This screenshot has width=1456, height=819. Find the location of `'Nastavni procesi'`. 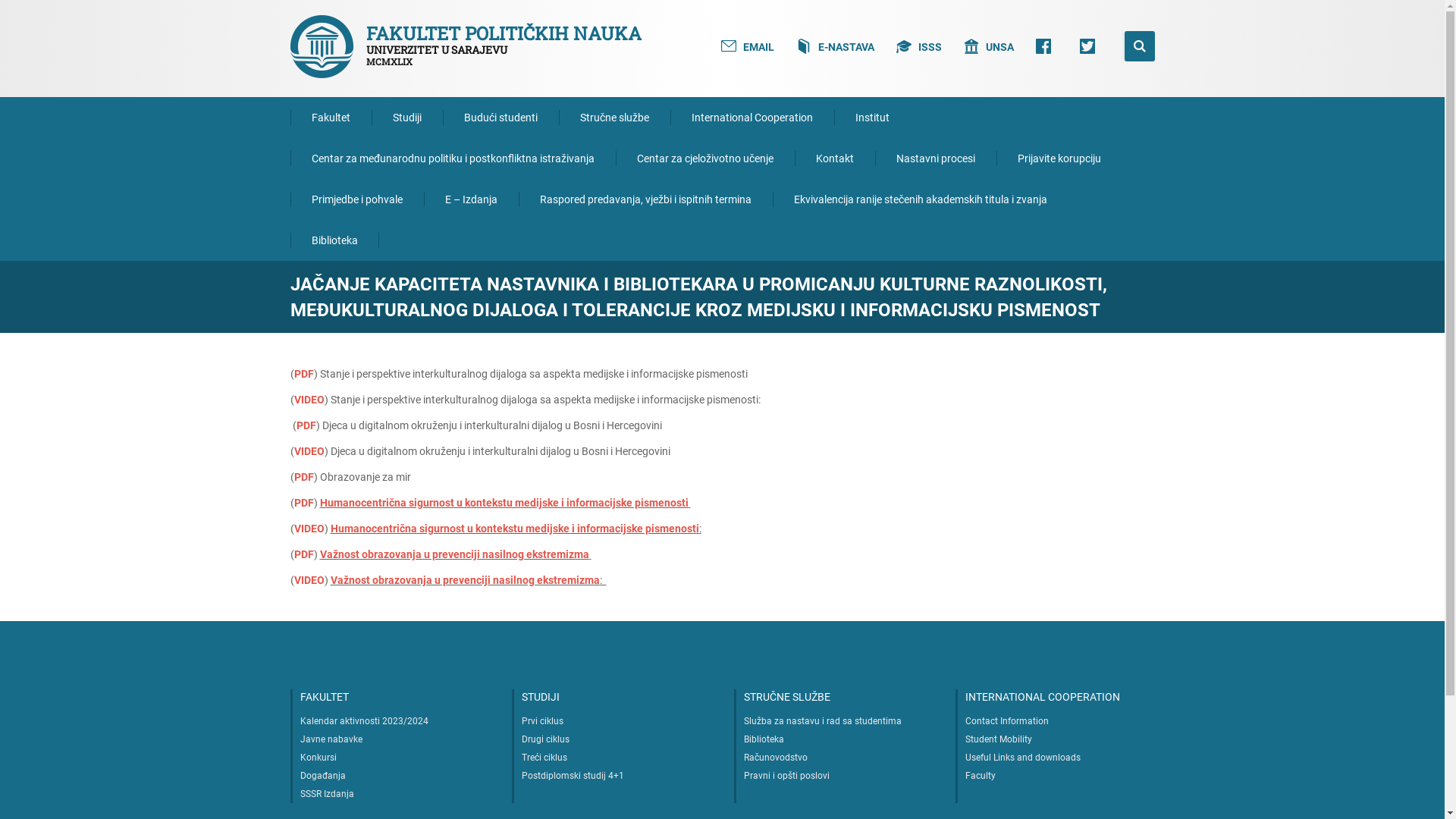

'Nastavni procesi' is located at coordinates (934, 158).